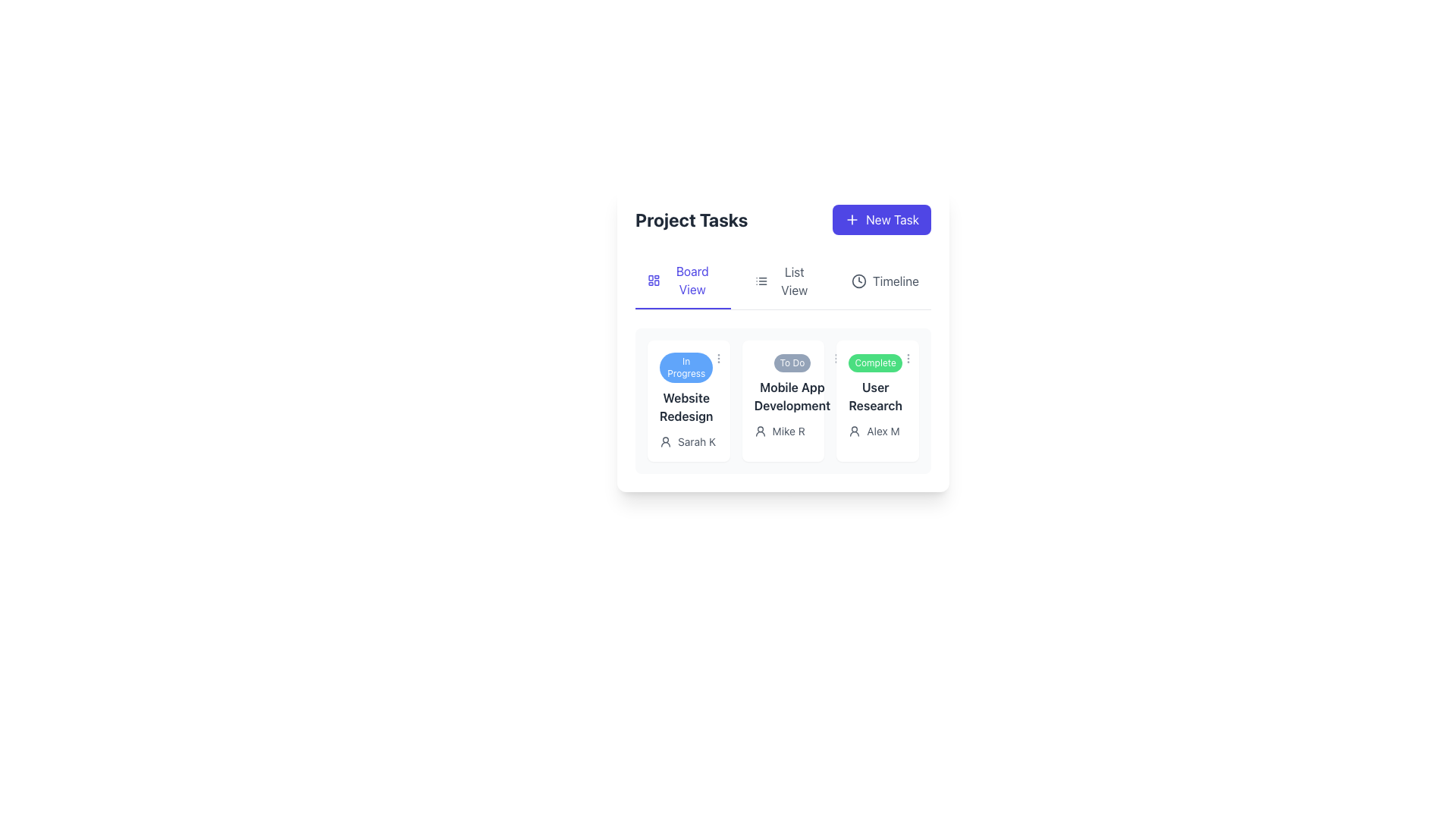 Image resolution: width=1456 pixels, height=819 pixels. I want to click on the 'List View' button, which is styled with a gray text and a list-like icon, located beneath the 'Project Tasks' section and positioned between 'Board View' and 'Timeline', so click(785, 281).